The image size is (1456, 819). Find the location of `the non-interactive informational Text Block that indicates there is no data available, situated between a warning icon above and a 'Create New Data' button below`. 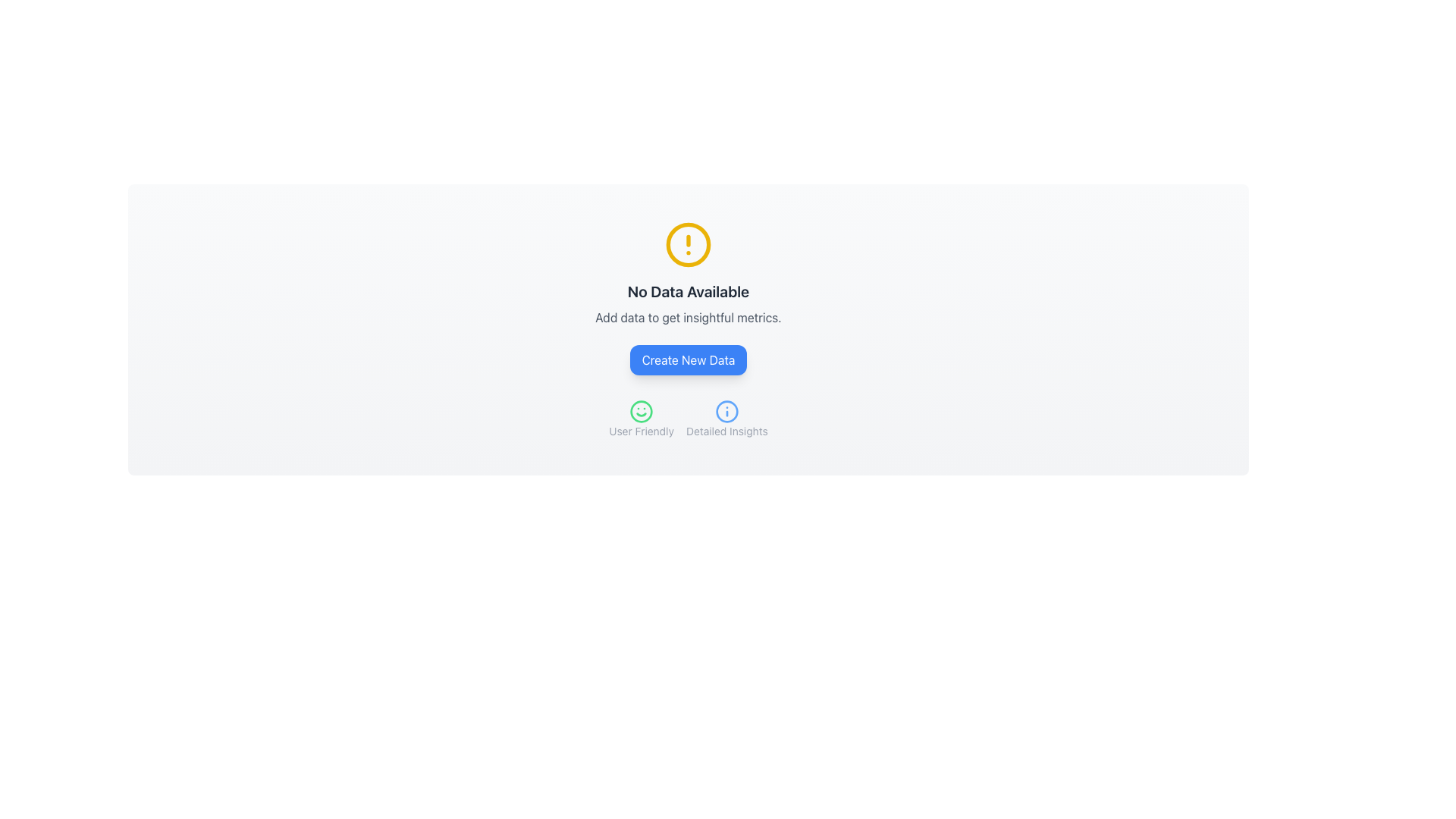

the non-interactive informational Text Block that indicates there is no data available, situated between a warning icon above and a 'Create New Data' button below is located at coordinates (687, 304).